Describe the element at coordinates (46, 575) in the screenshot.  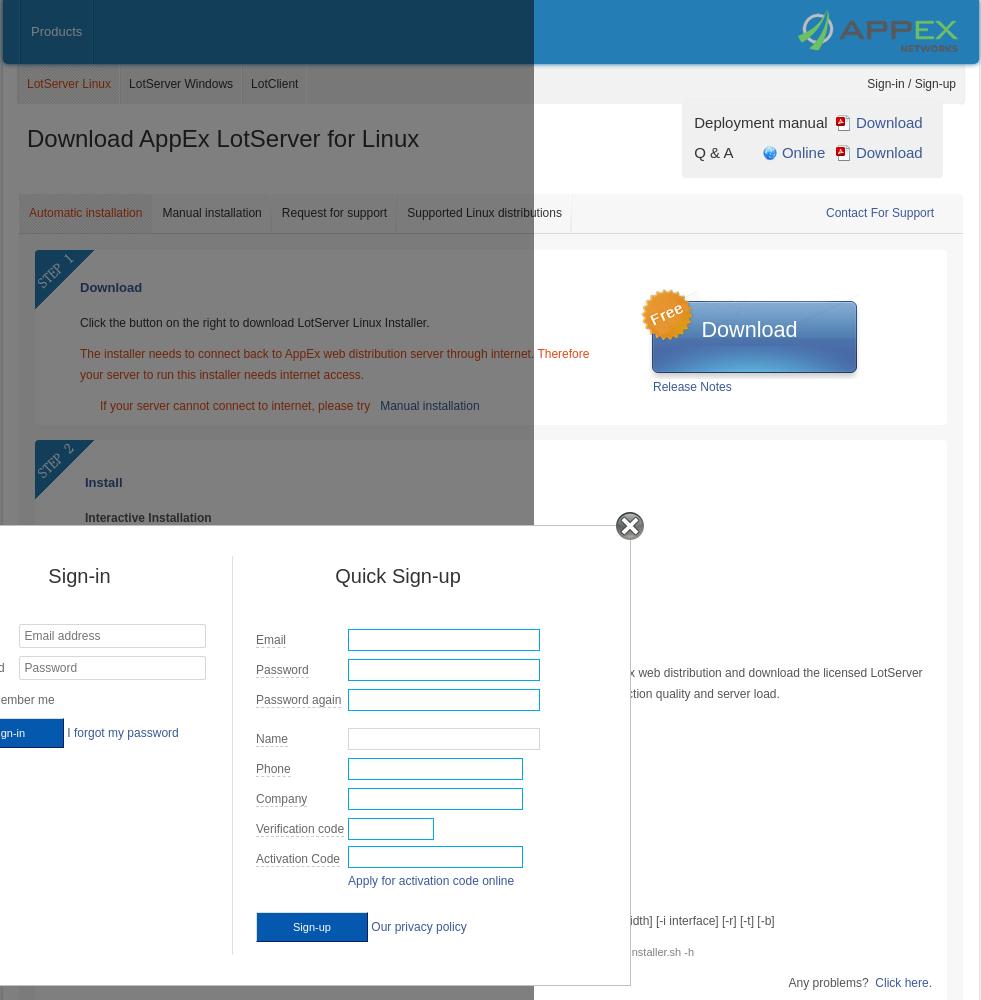
I see `'Sign-in'` at that location.